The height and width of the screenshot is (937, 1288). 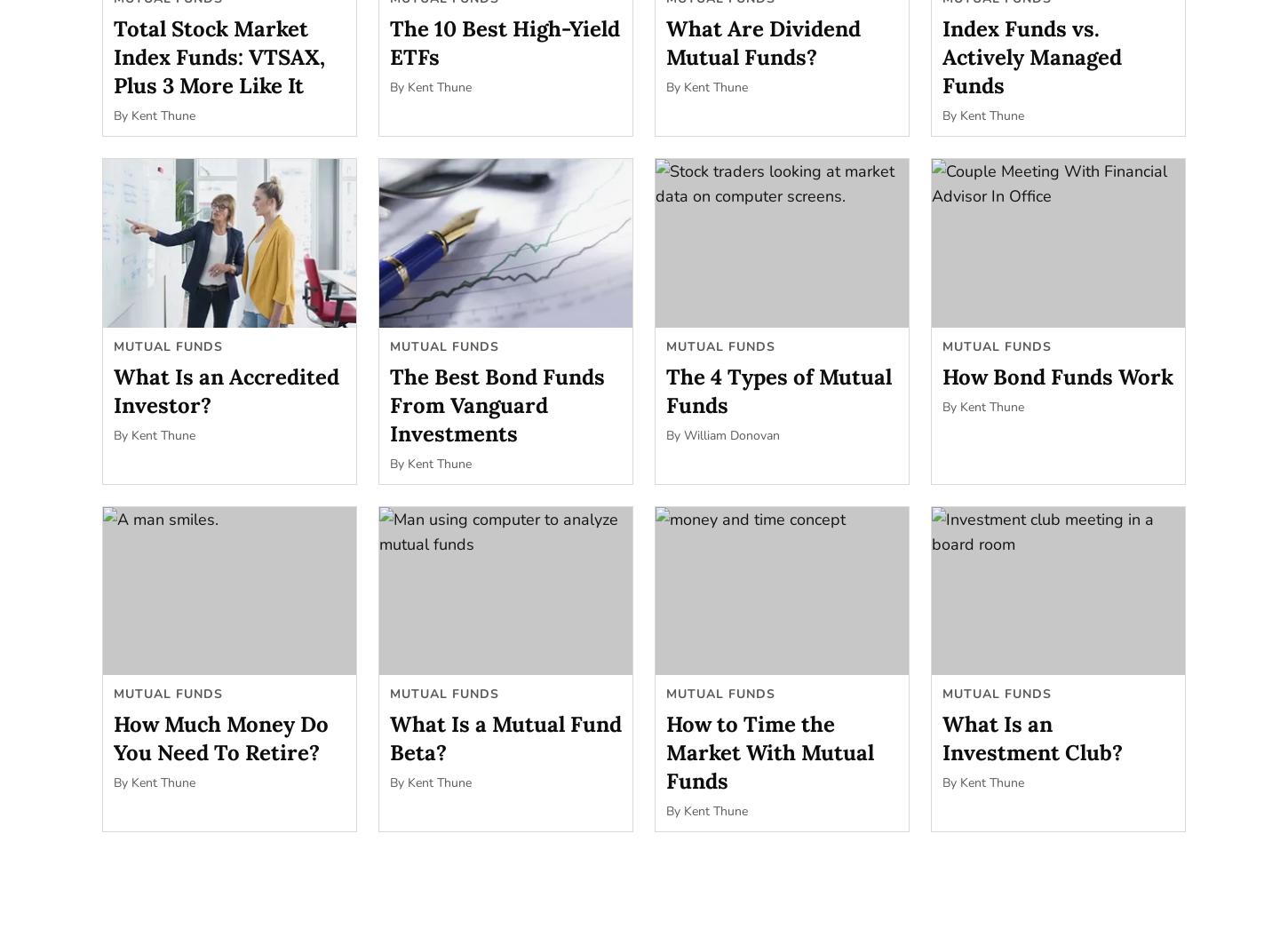 I want to click on 'How Much Money Do You Need To Retire?', so click(x=220, y=738).